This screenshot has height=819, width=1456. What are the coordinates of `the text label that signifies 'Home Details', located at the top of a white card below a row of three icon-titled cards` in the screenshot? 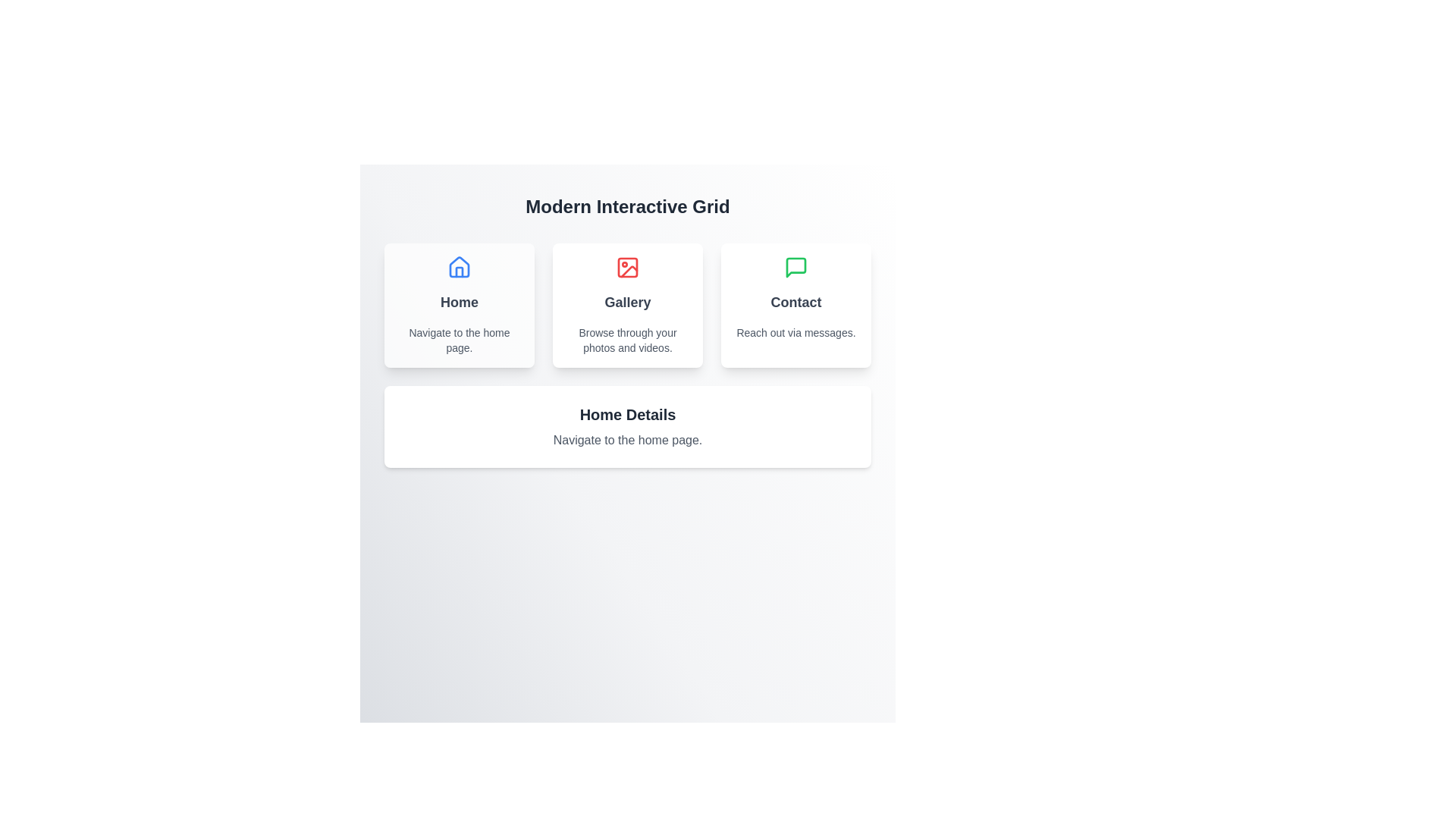 It's located at (628, 415).